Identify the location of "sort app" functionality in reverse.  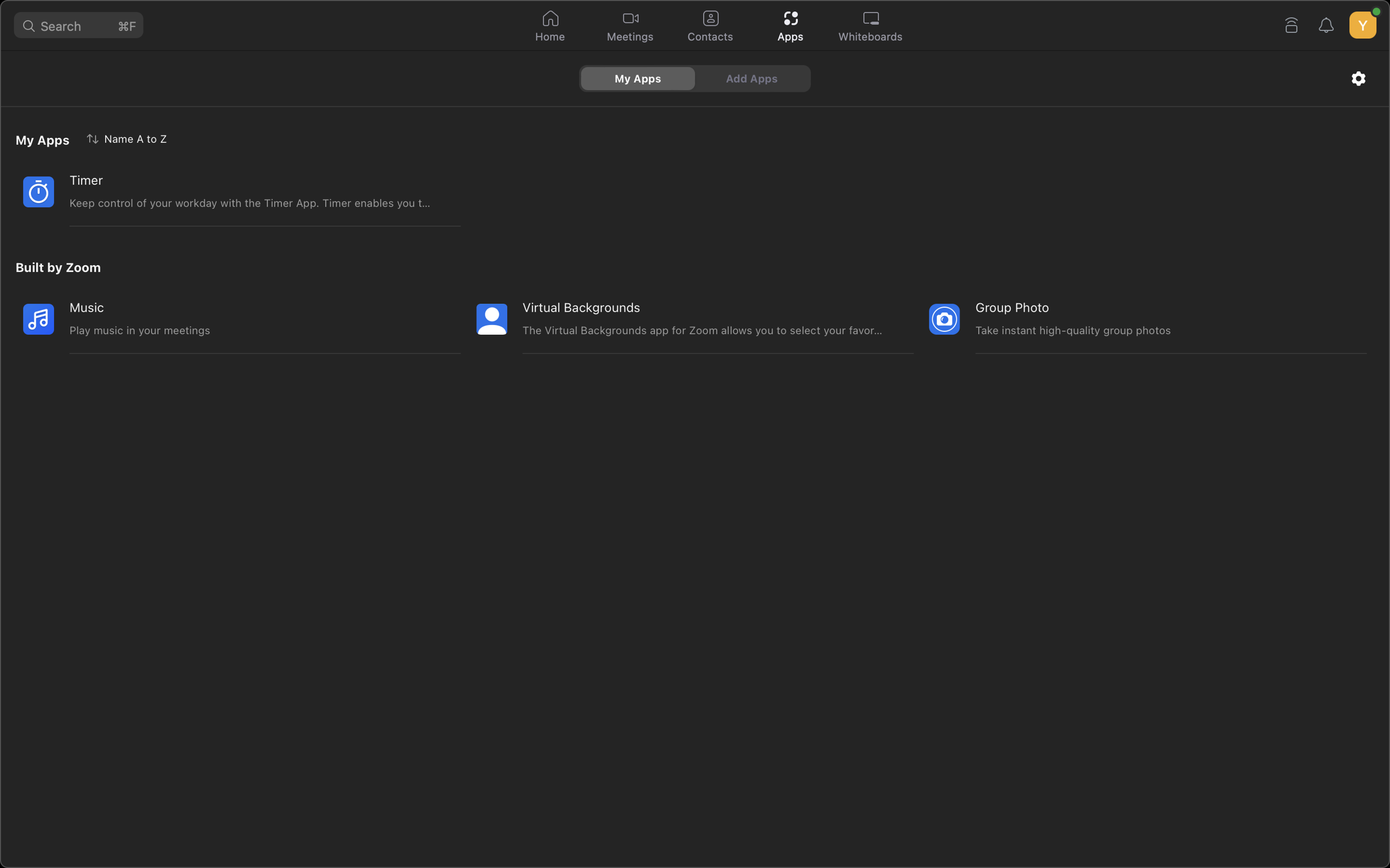
(129, 137).